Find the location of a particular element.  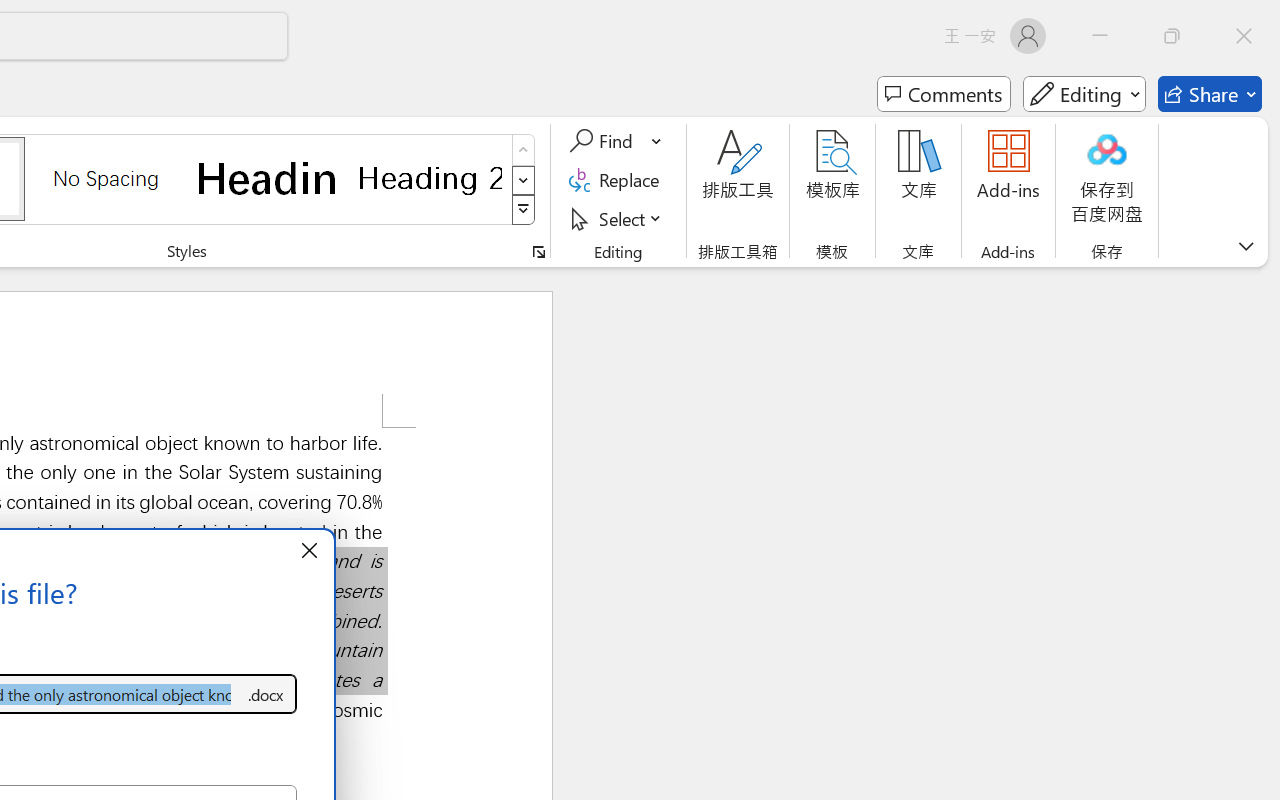

'Styles...' is located at coordinates (538, 251).